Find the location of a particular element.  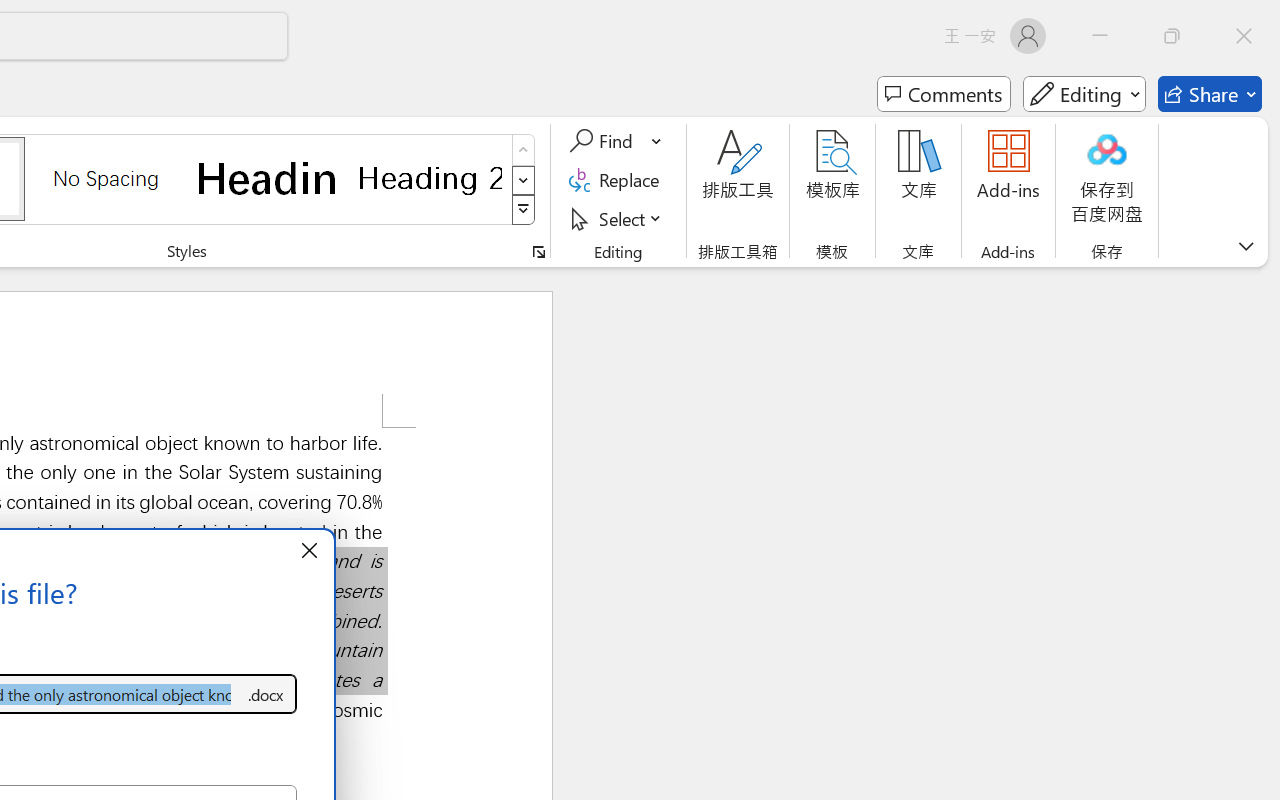

'Styles...' is located at coordinates (538, 251).